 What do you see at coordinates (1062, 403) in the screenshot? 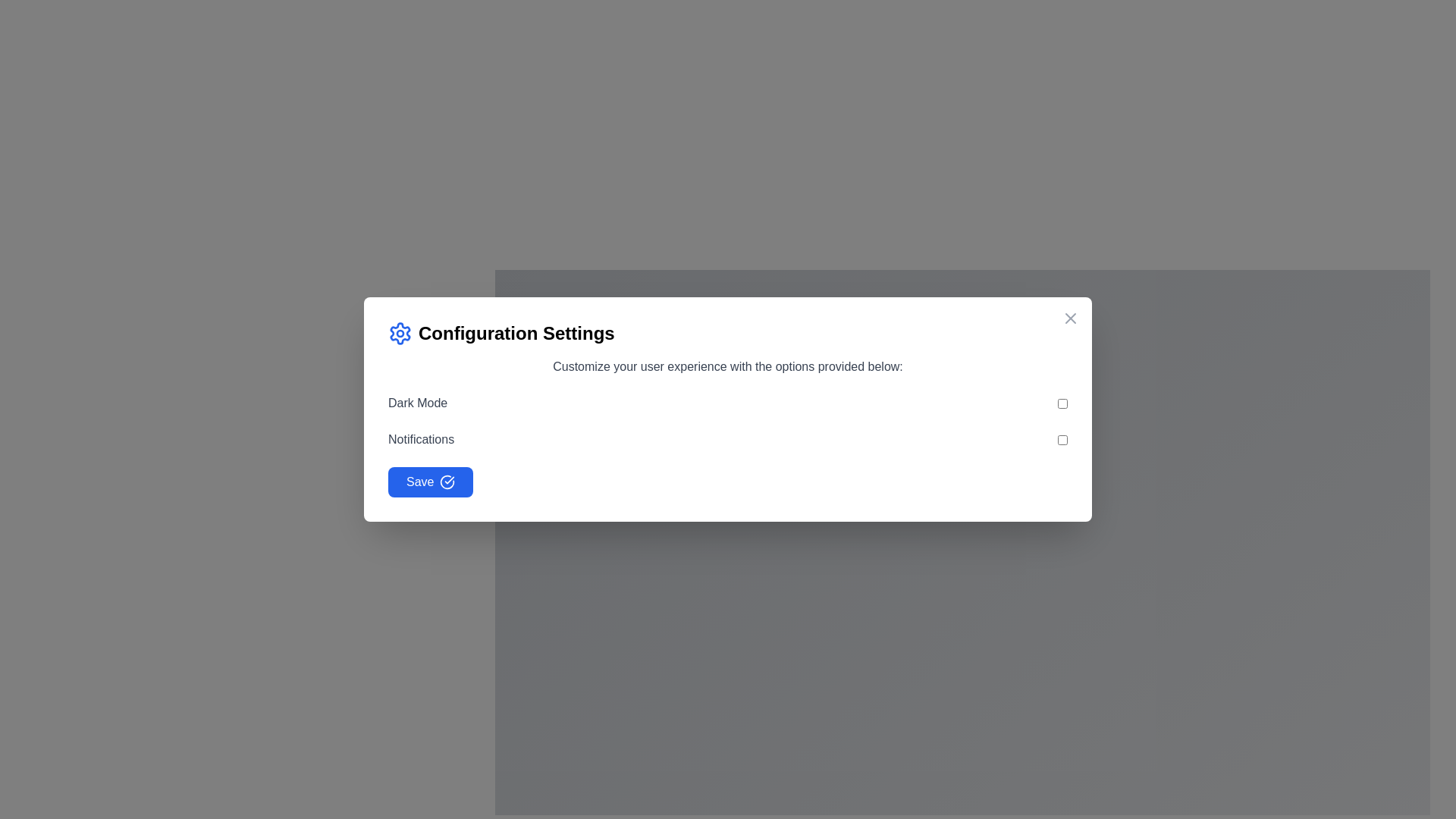
I see `the checkbox styled as a toggle button` at bounding box center [1062, 403].